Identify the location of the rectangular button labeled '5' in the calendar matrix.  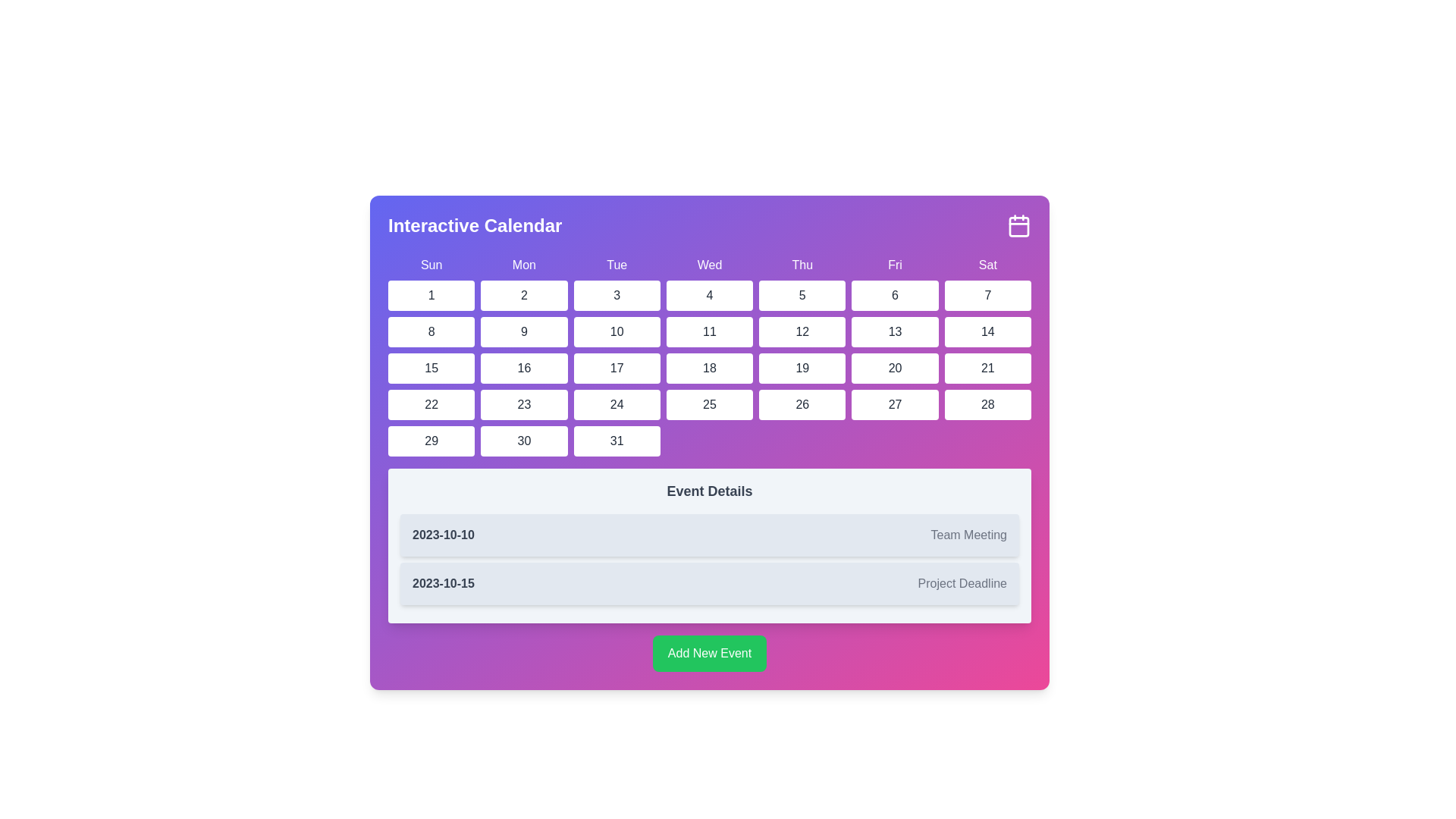
(802, 295).